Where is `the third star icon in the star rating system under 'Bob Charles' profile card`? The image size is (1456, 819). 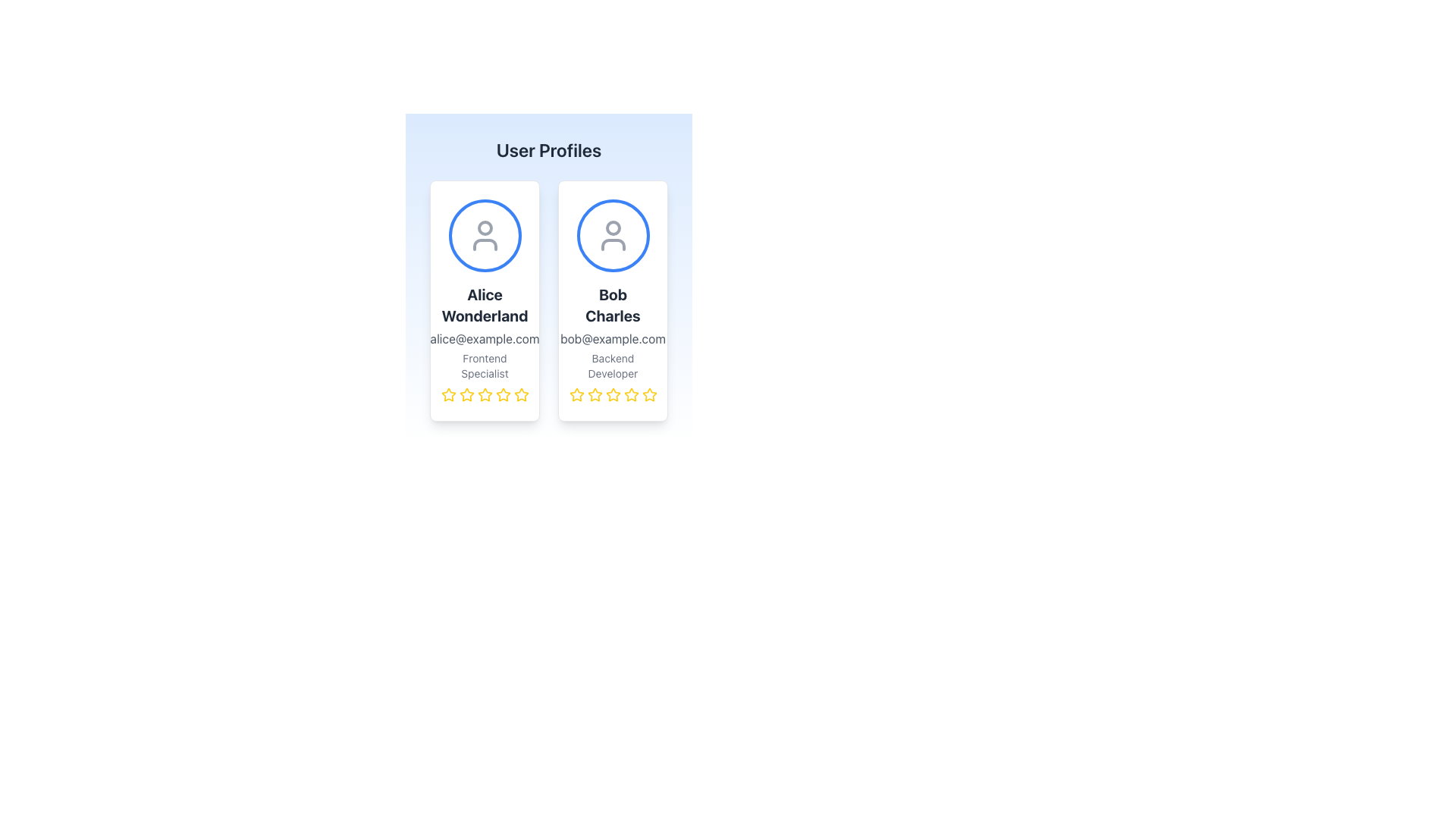
the third star icon in the star rating system under 'Bob Charles' profile card is located at coordinates (594, 394).